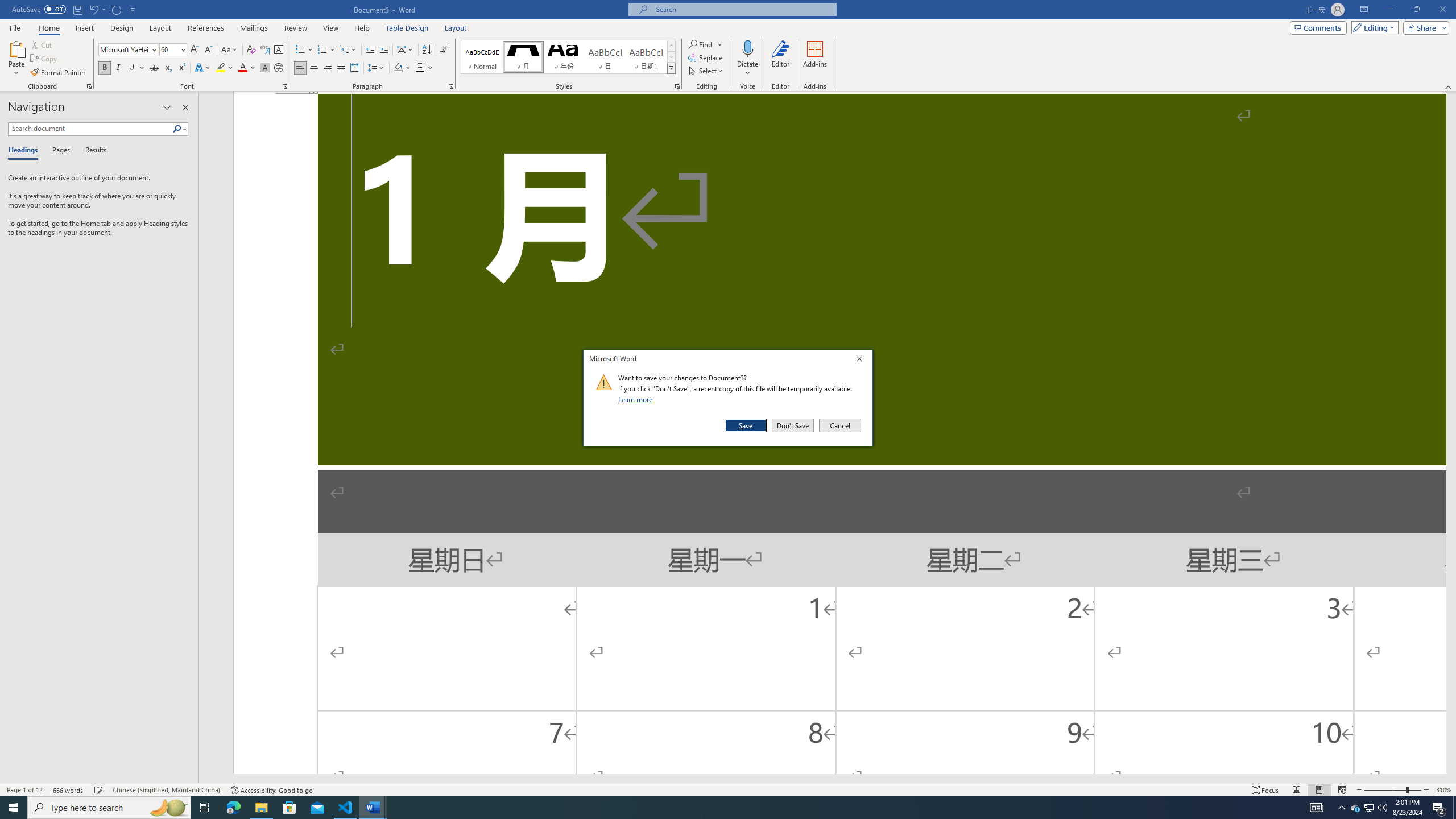 The width and height of the screenshot is (1456, 819). Describe the element at coordinates (242, 67) in the screenshot. I see `'Font Color RGB(255, 0, 0)'` at that location.